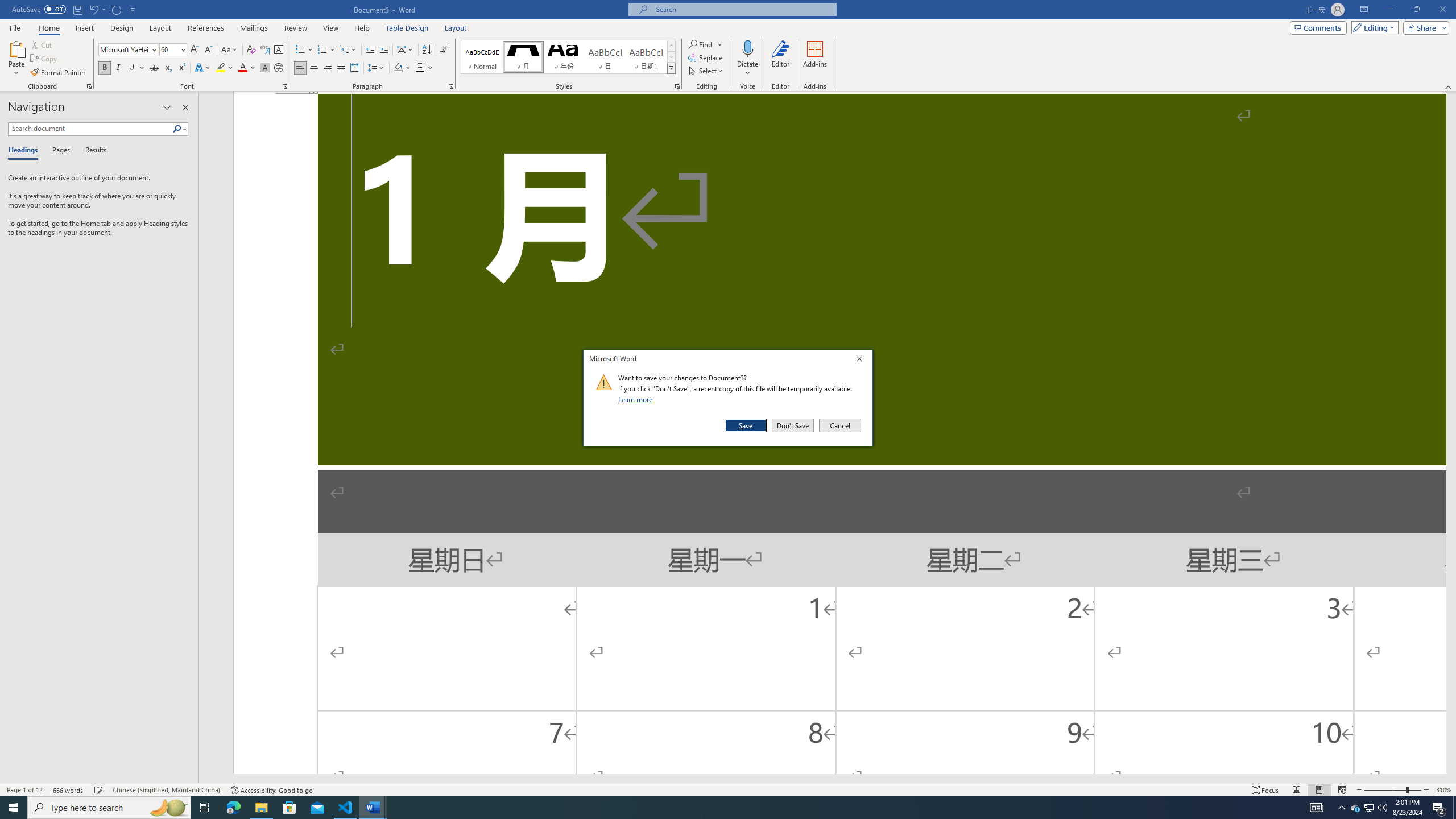 The width and height of the screenshot is (1456, 819). Describe the element at coordinates (242, 67) in the screenshot. I see `'Font Color RGB(255, 0, 0)'` at that location.